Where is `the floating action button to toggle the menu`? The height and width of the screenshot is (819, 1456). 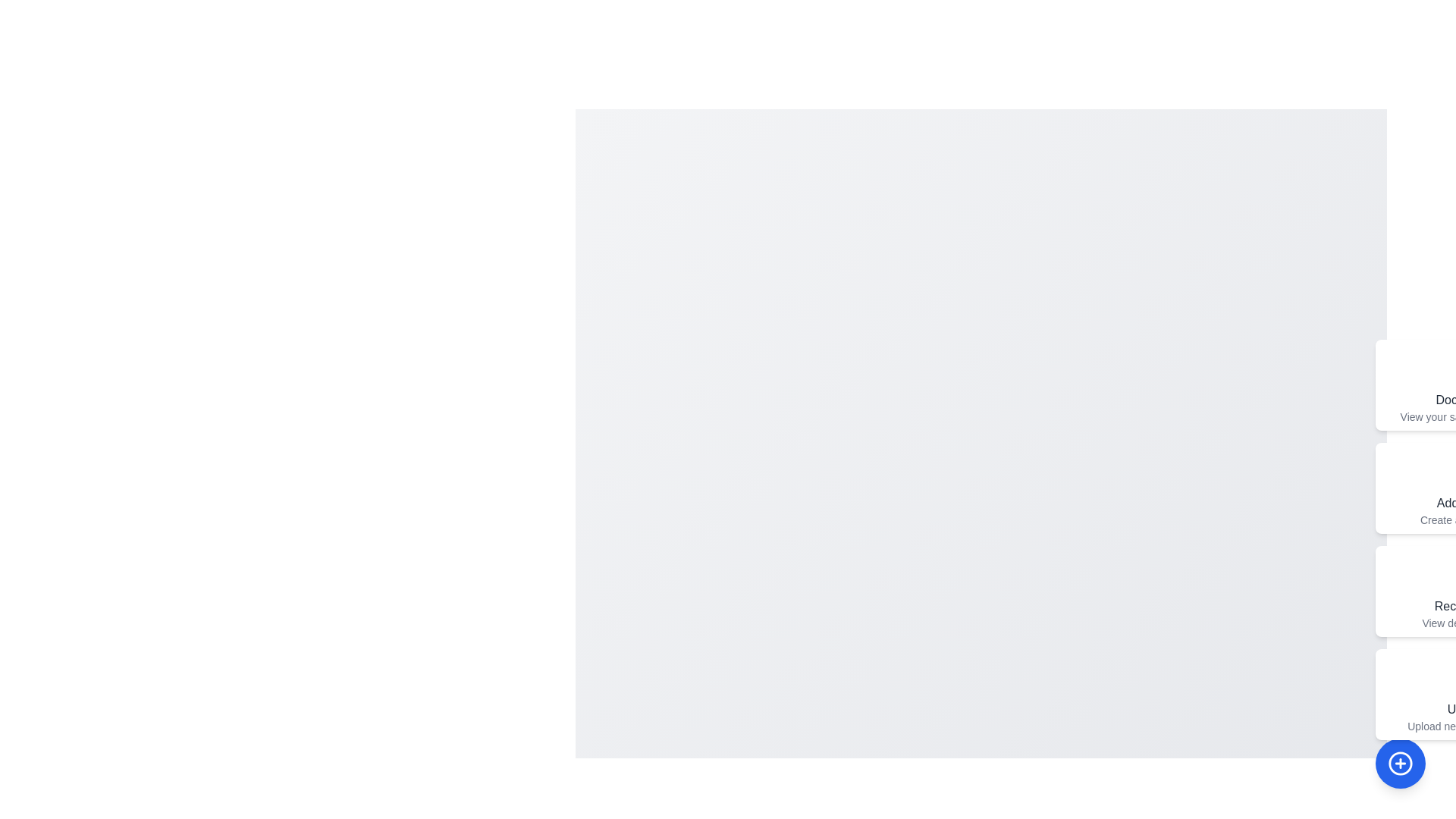 the floating action button to toggle the menu is located at coordinates (1400, 763).